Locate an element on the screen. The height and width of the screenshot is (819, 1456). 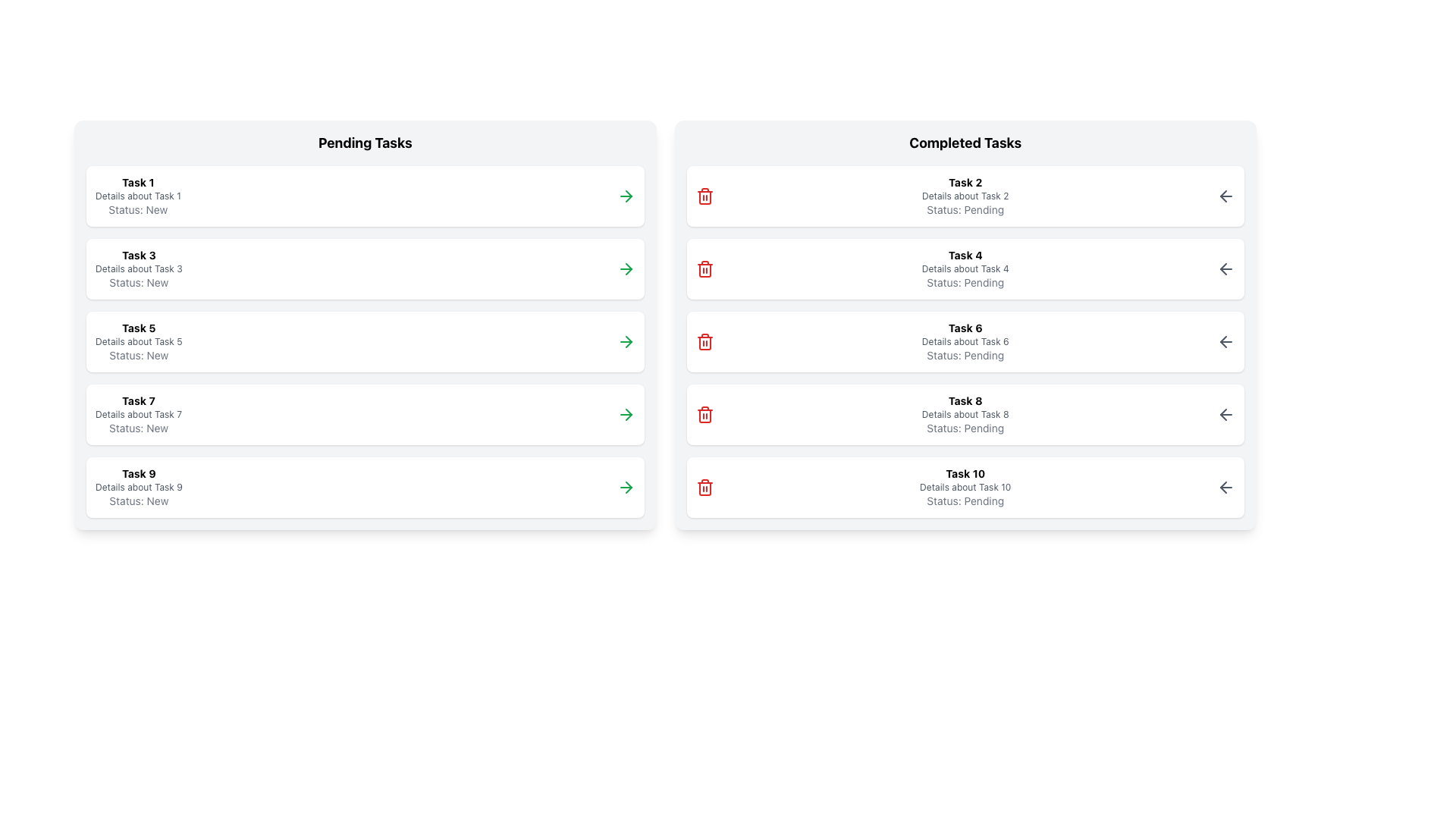
the trash can icon in the 'Completed Tasks' section, which is aligned vertically alongside the text of 'Task 6' is located at coordinates (704, 342).